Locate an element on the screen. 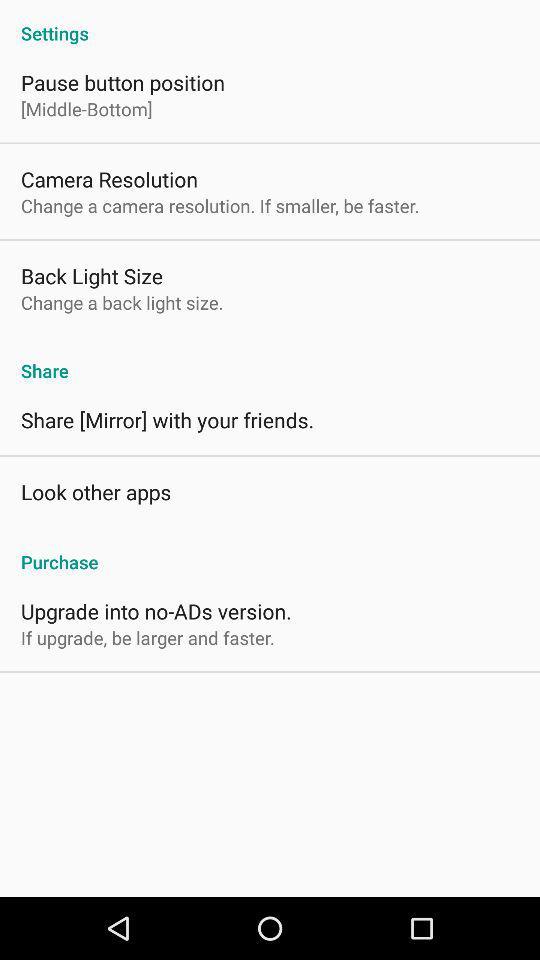 The width and height of the screenshot is (540, 960). the item below share mirror with item is located at coordinates (95, 490).